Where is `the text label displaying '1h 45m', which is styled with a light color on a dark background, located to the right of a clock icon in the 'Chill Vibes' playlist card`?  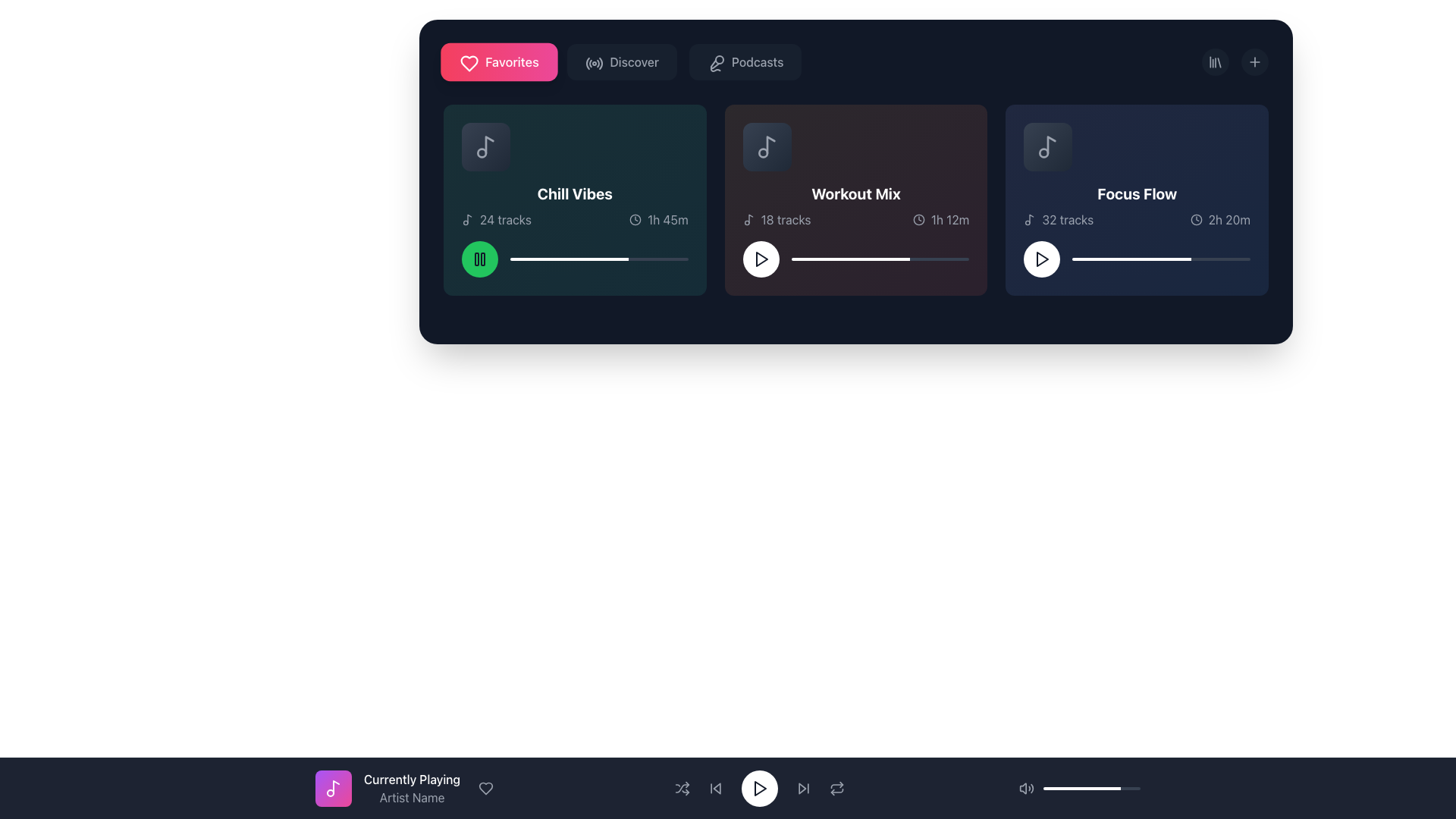
the text label displaying '1h 45m', which is styled with a light color on a dark background, located to the right of a clock icon in the 'Chill Vibes' playlist card is located at coordinates (667, 219).